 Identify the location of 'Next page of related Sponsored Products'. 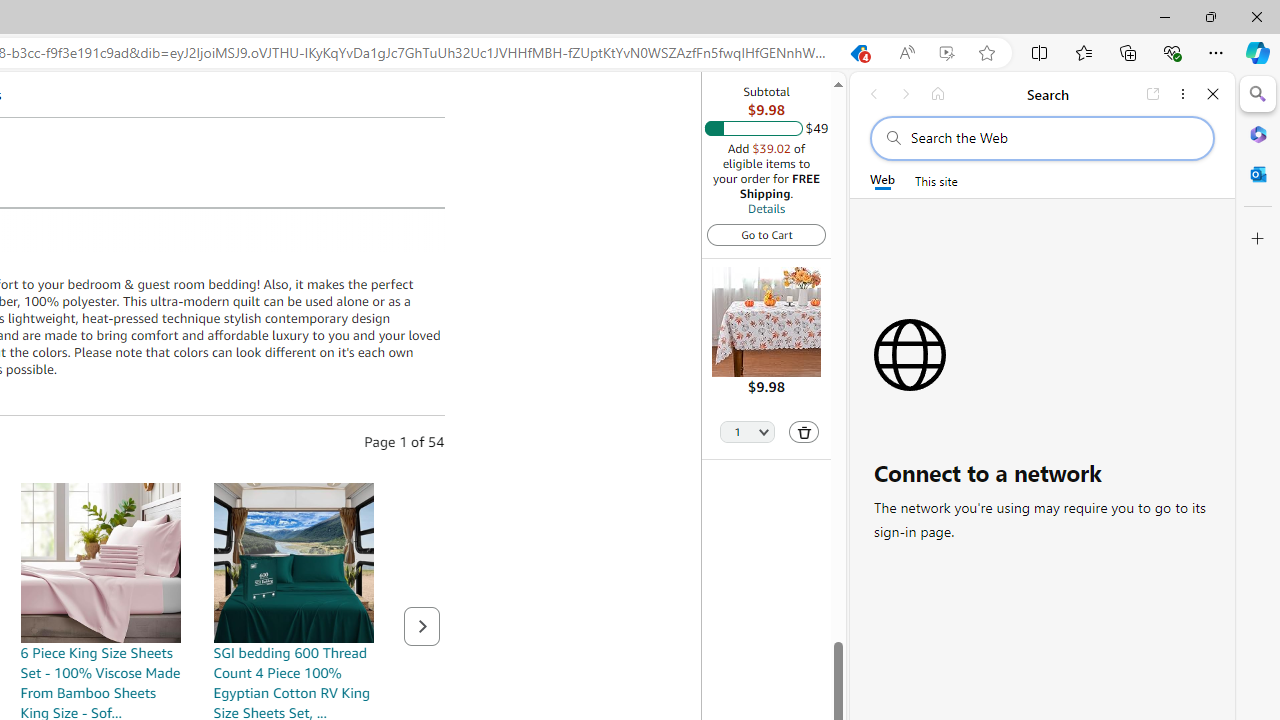
(420, 625).